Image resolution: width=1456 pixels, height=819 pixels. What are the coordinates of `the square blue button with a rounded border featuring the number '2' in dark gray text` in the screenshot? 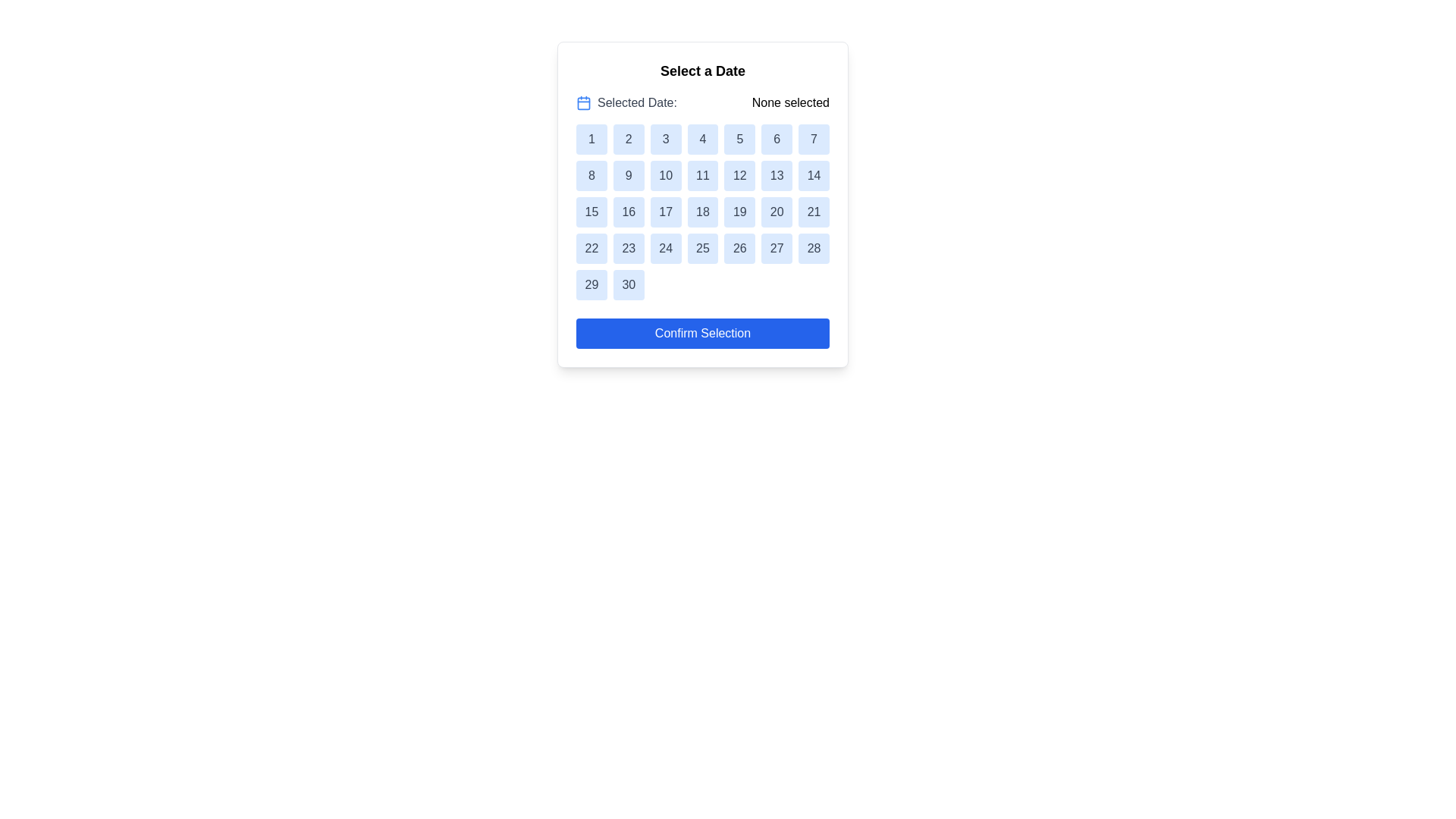 It's located at (629, 140).